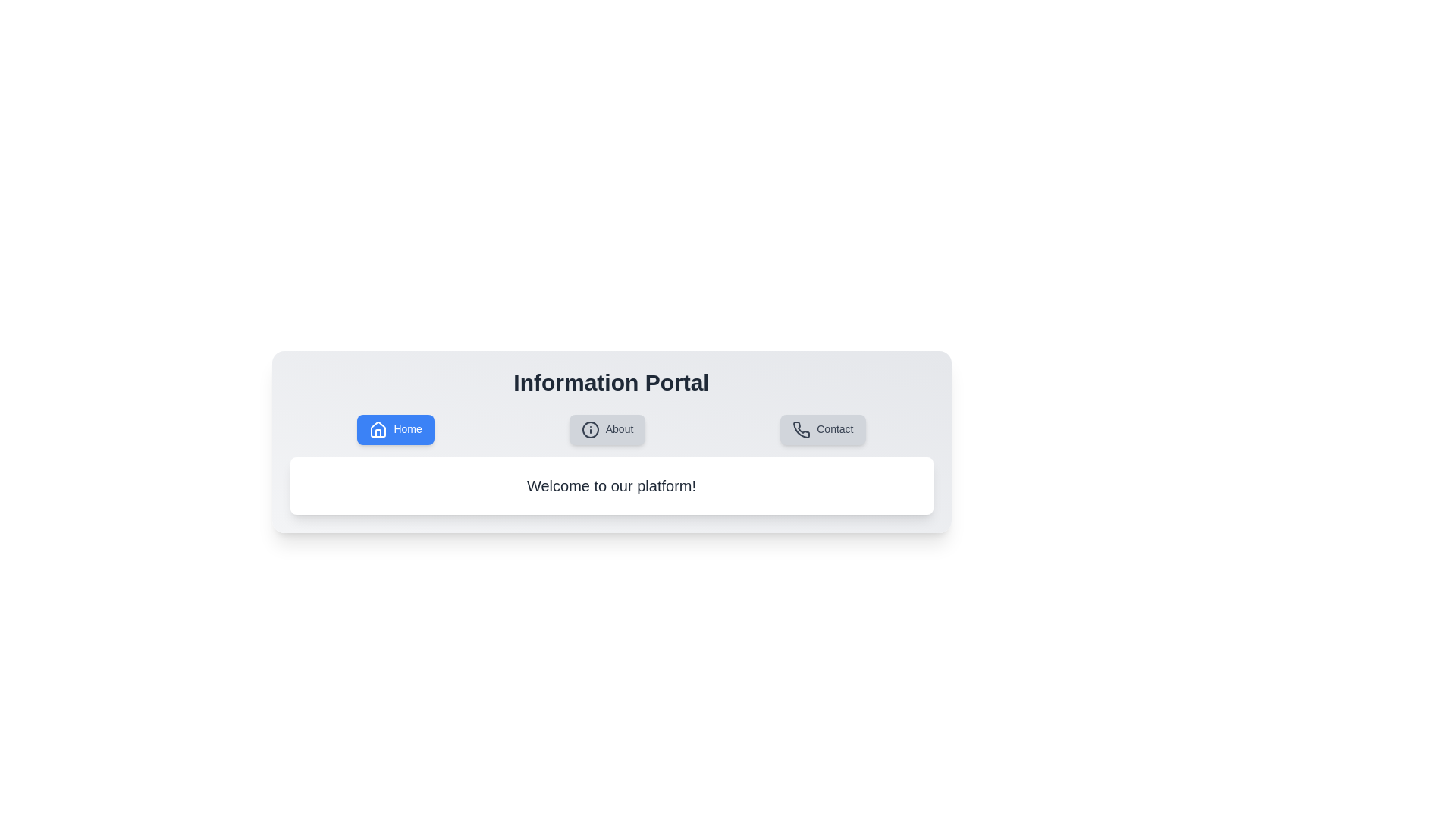  Describe the element at coordinates (611, 485) in the screenshot. I see `the welcoming message static text element located centrally below the navigation tabs (Home, About, Contact)` at that location.